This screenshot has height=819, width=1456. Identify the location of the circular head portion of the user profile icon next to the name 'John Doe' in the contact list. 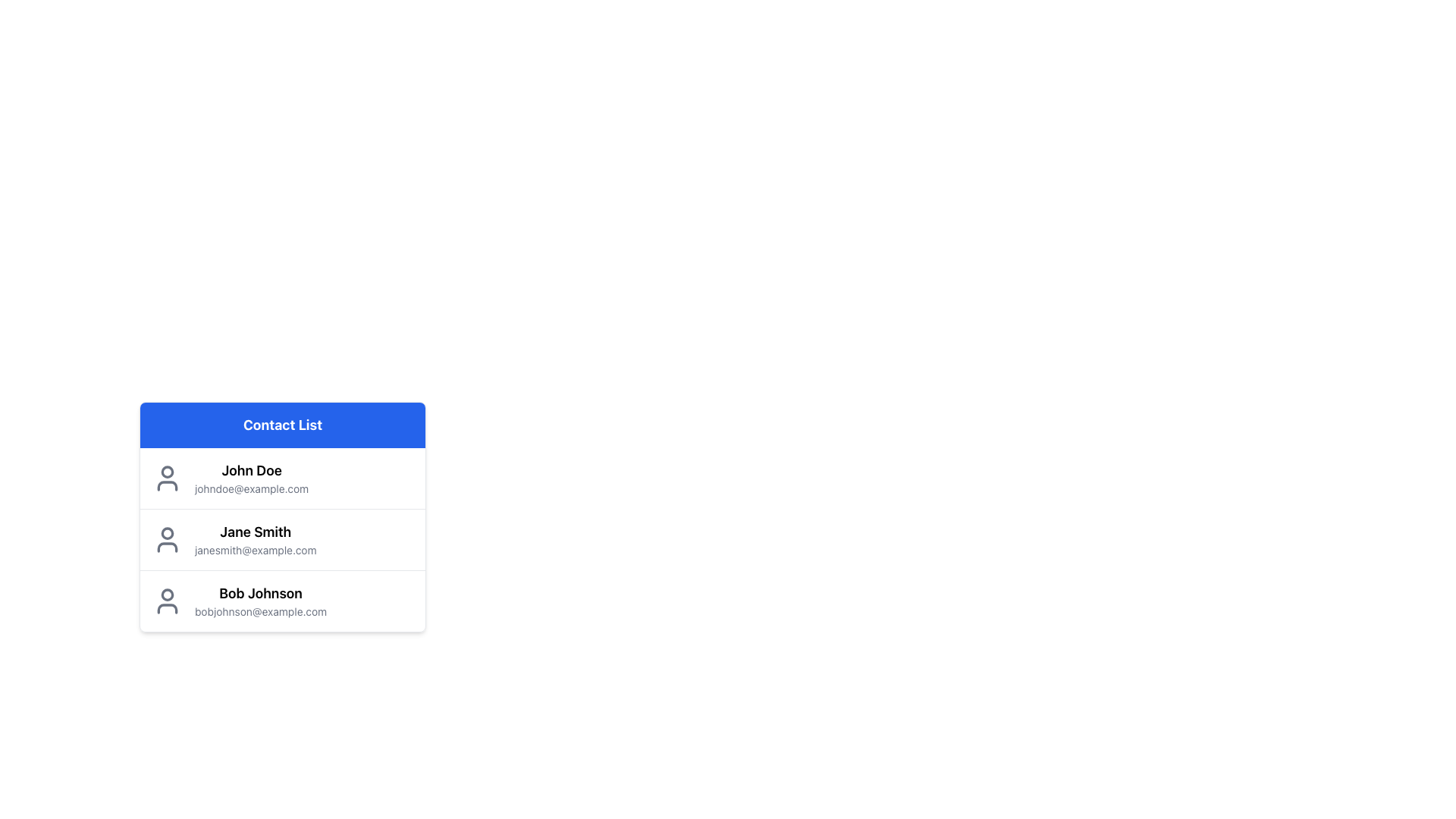
(167, 470).